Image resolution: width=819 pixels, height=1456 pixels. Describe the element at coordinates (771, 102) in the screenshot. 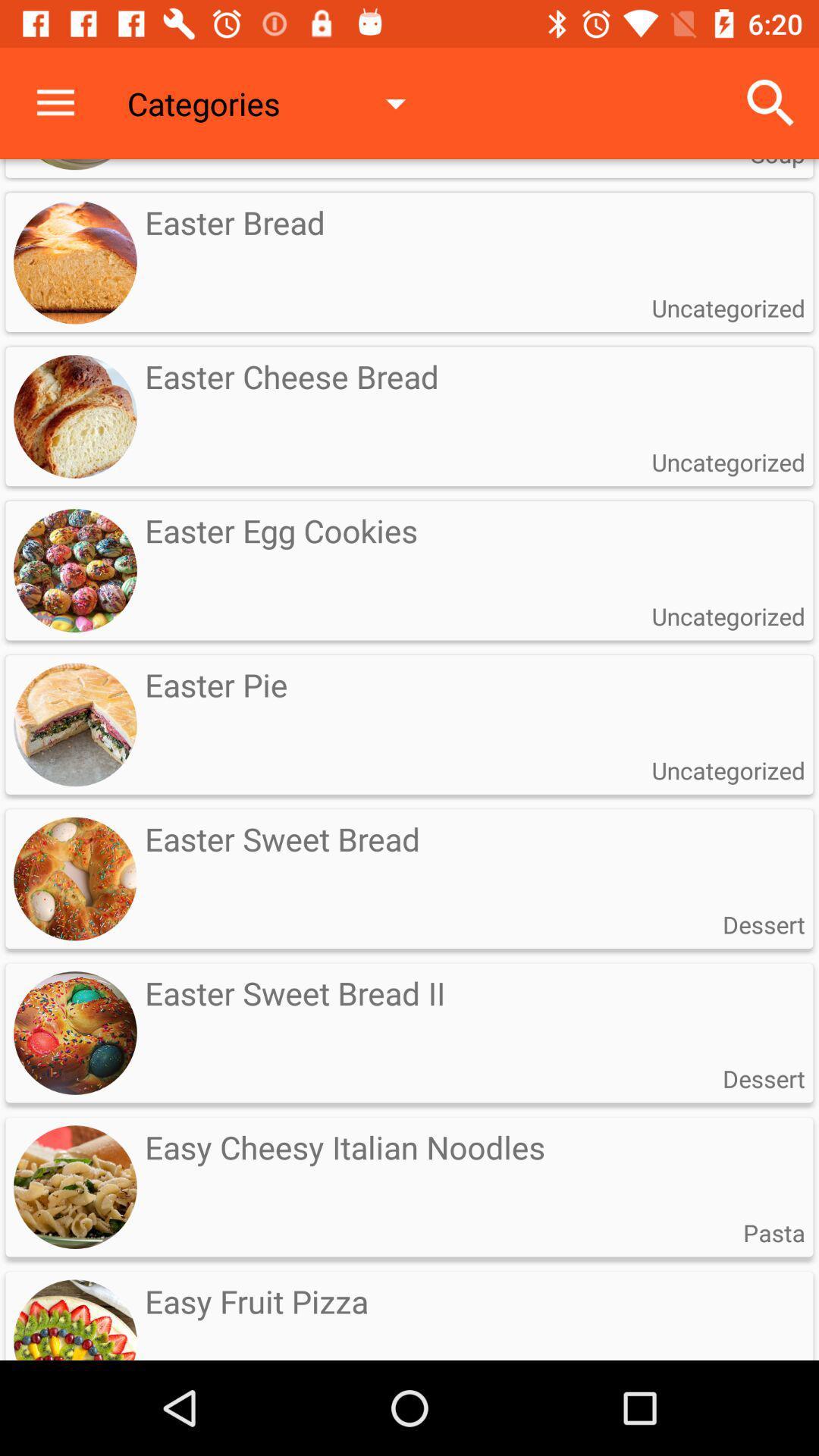

I see `the icon next to categories item` at that location.